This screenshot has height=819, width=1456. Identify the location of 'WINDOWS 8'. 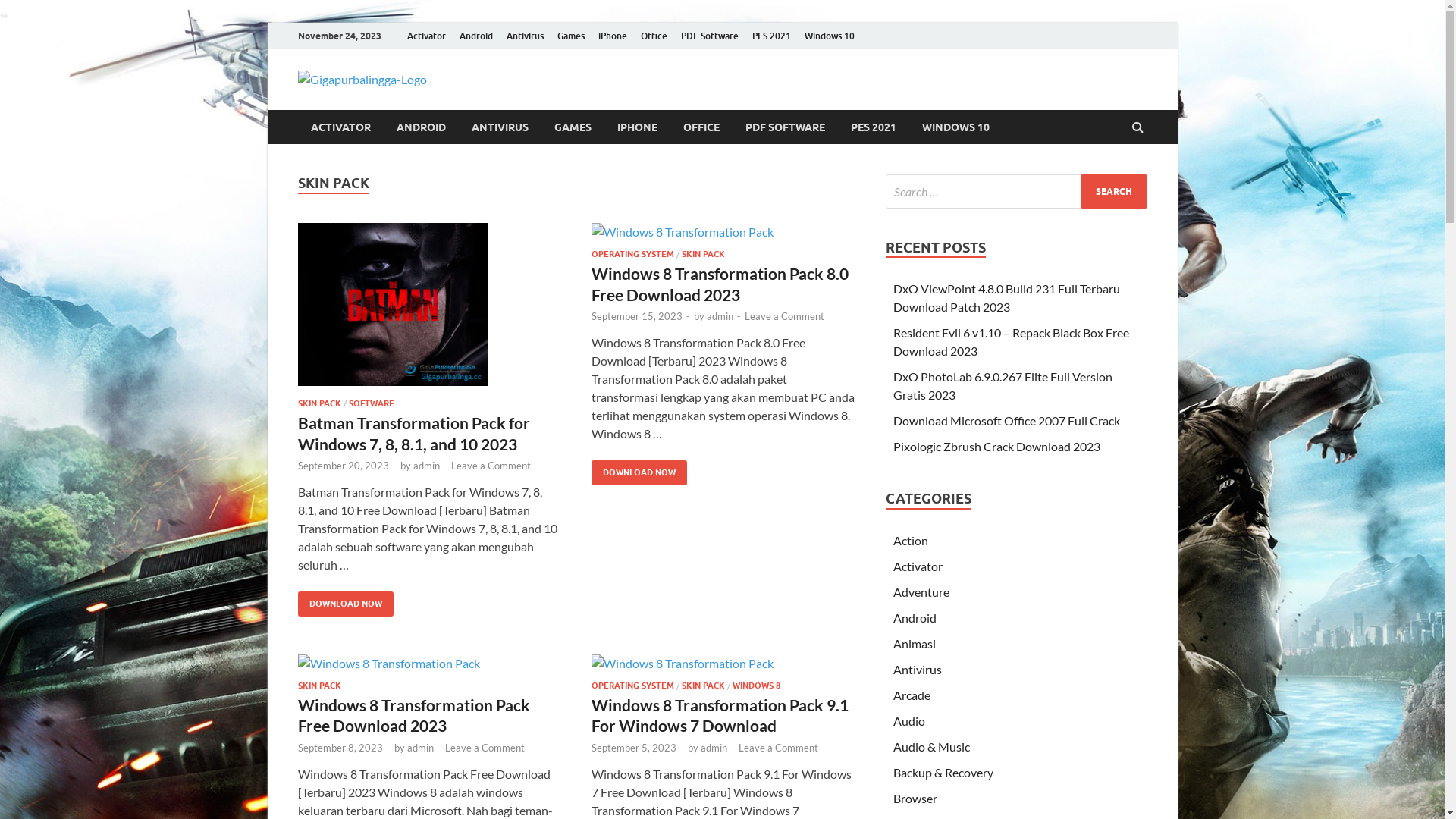
(756, 685).